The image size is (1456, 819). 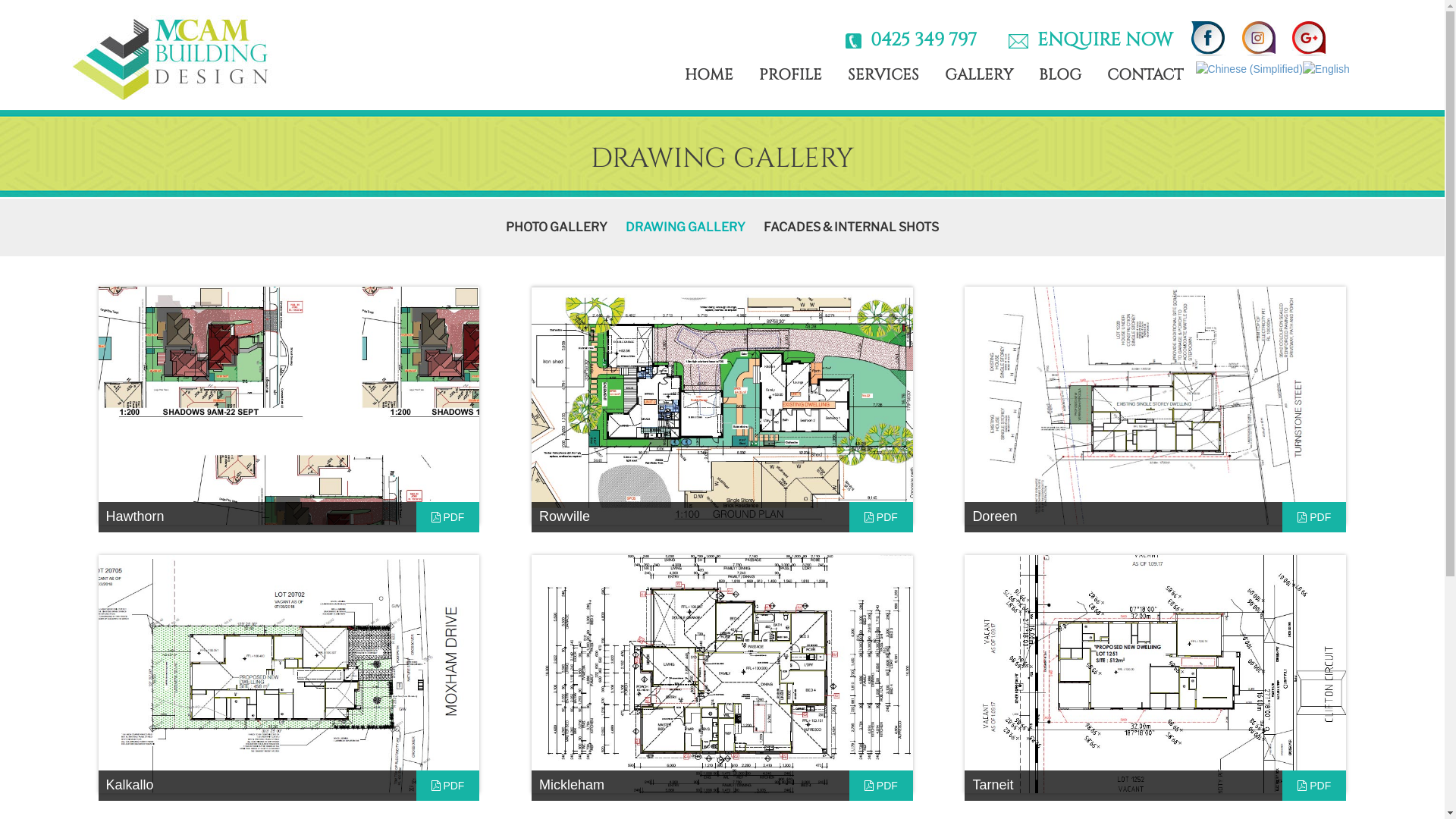 What do you see at coordinates (1313, 785) in the screenshot?
I see `'PDF'` at bounding box center [1313, 785].